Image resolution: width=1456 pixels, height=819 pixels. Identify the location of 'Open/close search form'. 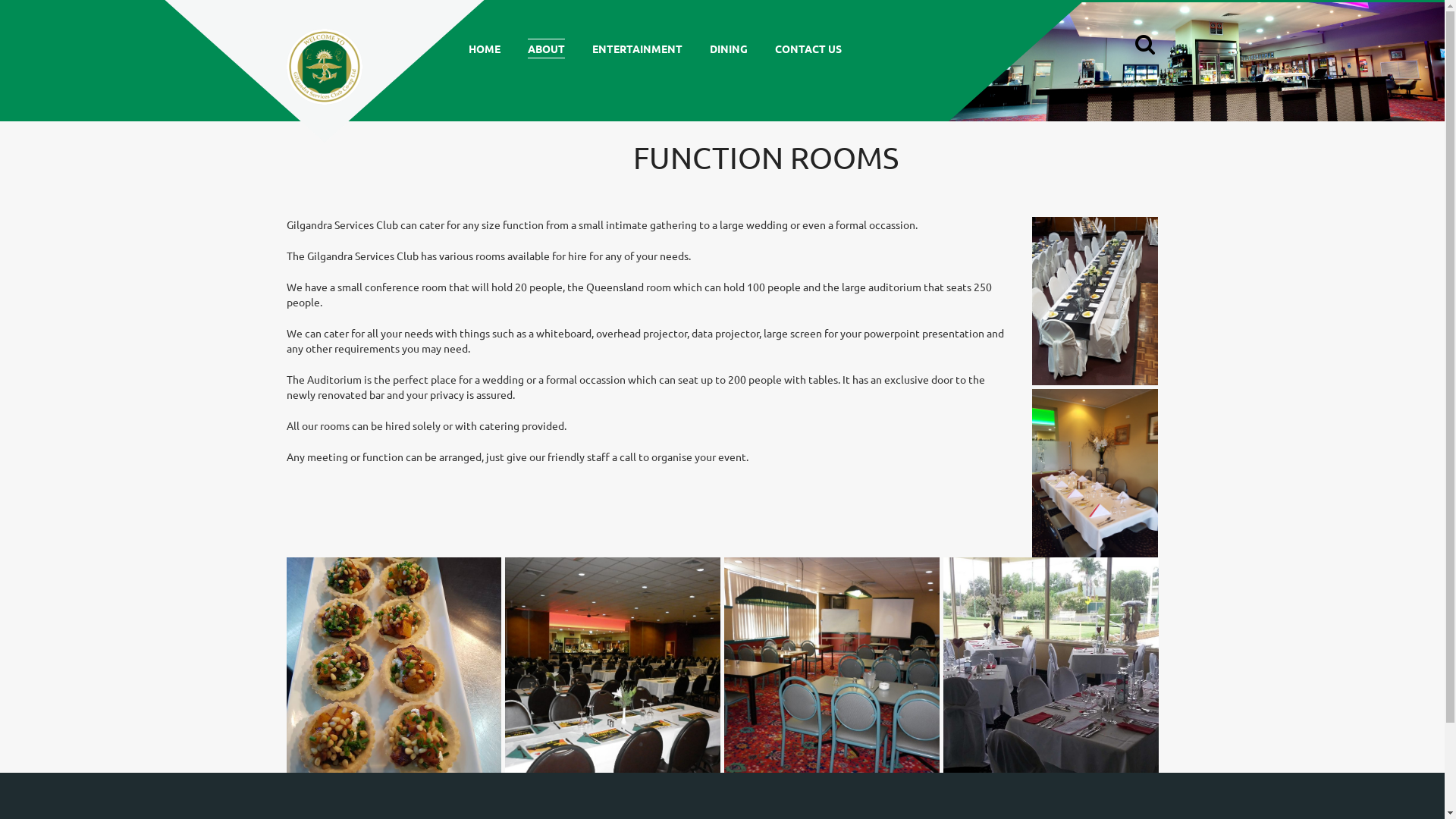
(1143, 45).